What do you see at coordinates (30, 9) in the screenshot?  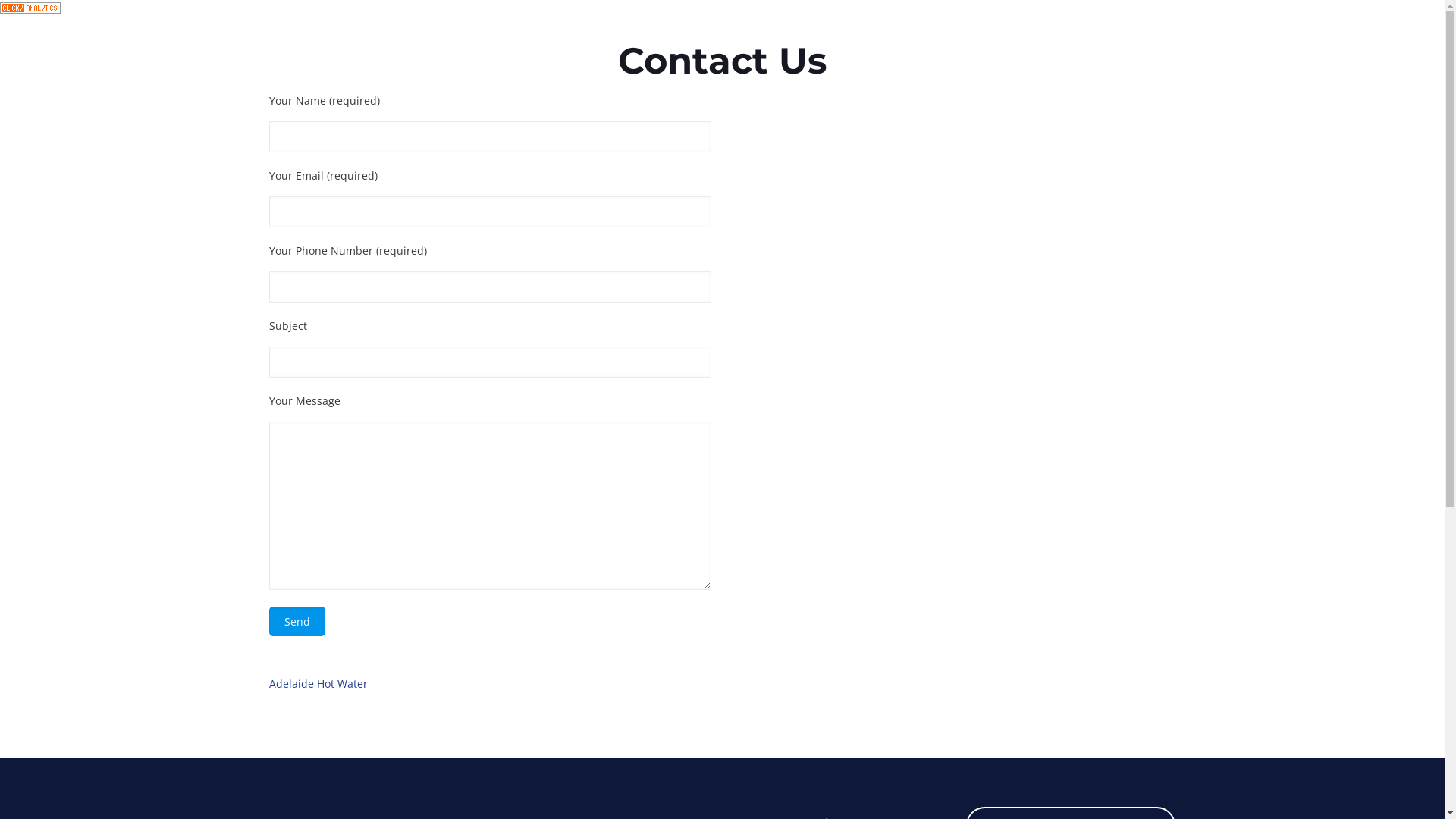 I see `'Google Analytics Alternative'` at bounding box center [30, 9].